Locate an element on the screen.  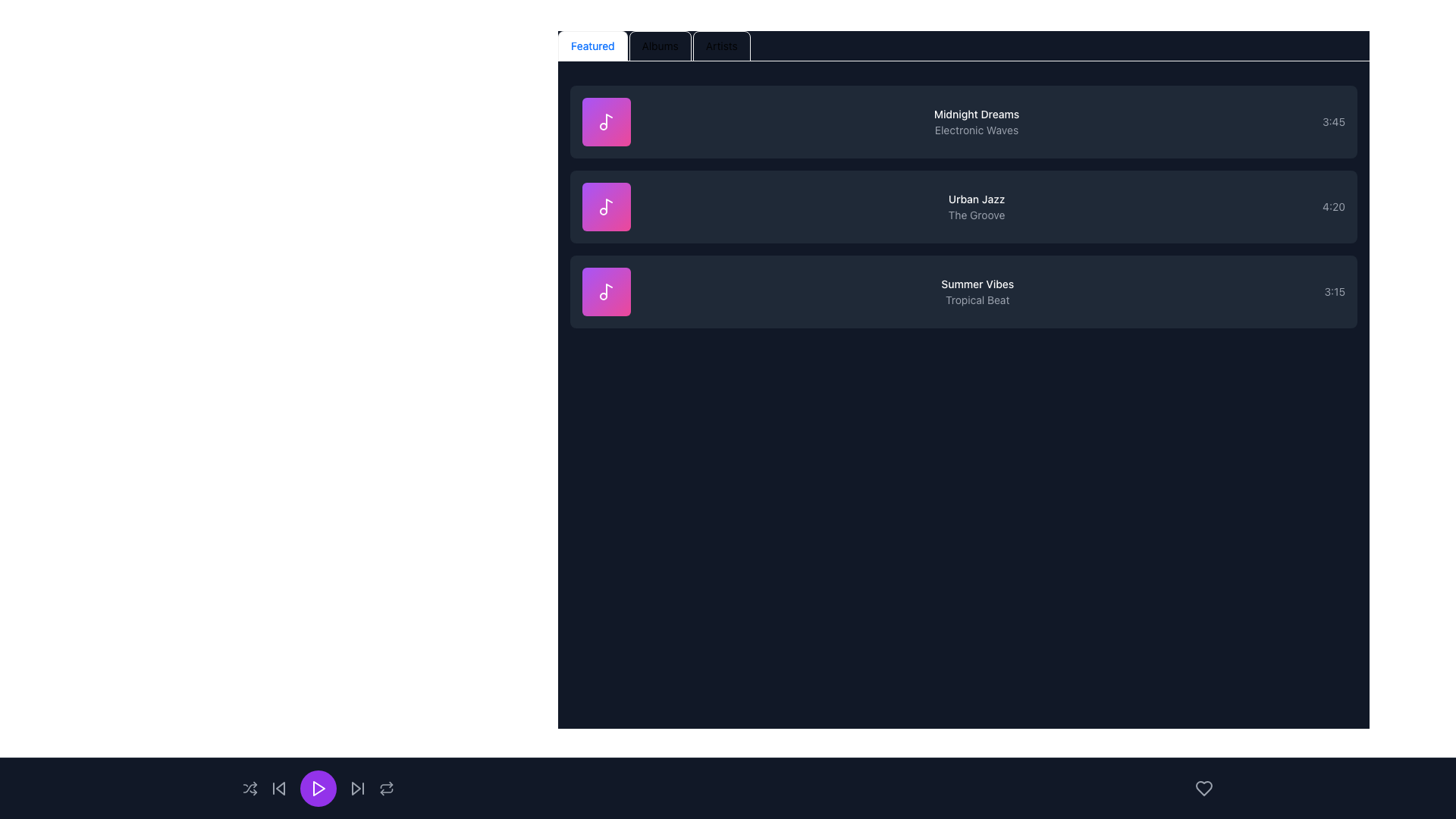
the decorative graphic element within the SVG icon that is part of the second item in the list of music entries, adjacent to the entry labeled 'Urban Jazz' is located at coordinates (609, 205).